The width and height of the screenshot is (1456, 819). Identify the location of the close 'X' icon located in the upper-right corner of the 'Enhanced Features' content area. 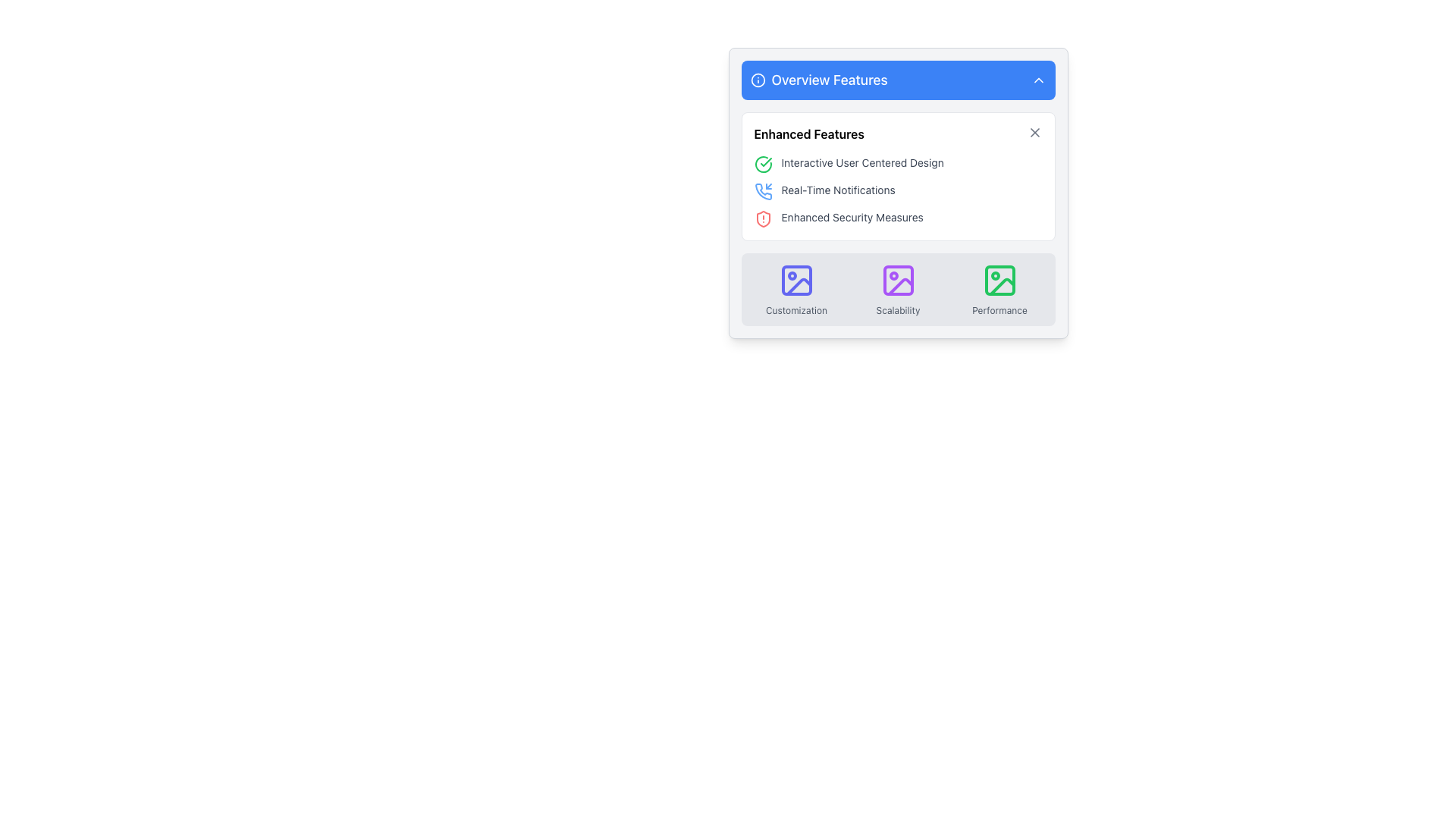
(1034, 131).